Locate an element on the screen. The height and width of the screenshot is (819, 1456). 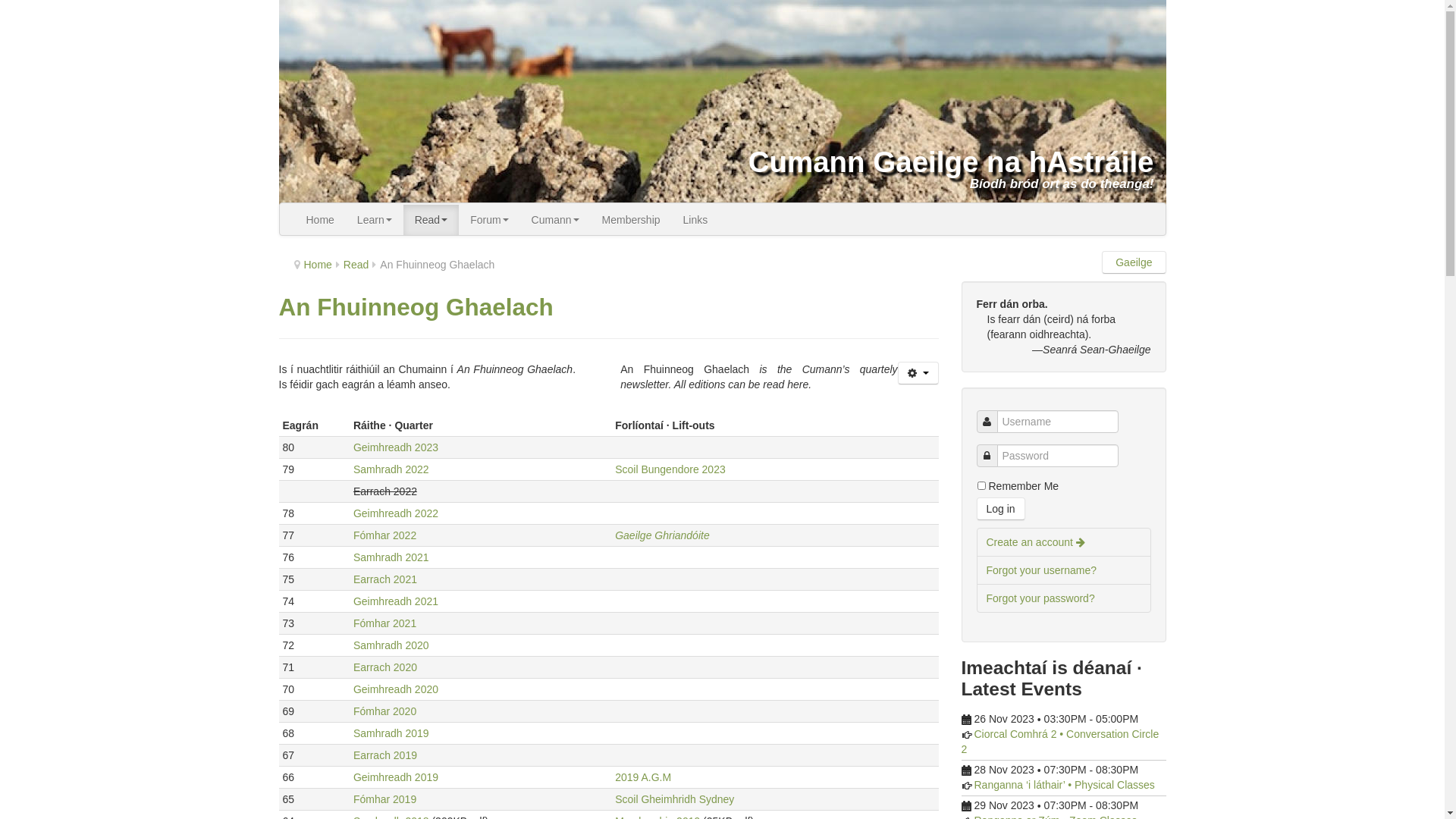
'2019 A.G.M' is located at coordinates (643, 777).